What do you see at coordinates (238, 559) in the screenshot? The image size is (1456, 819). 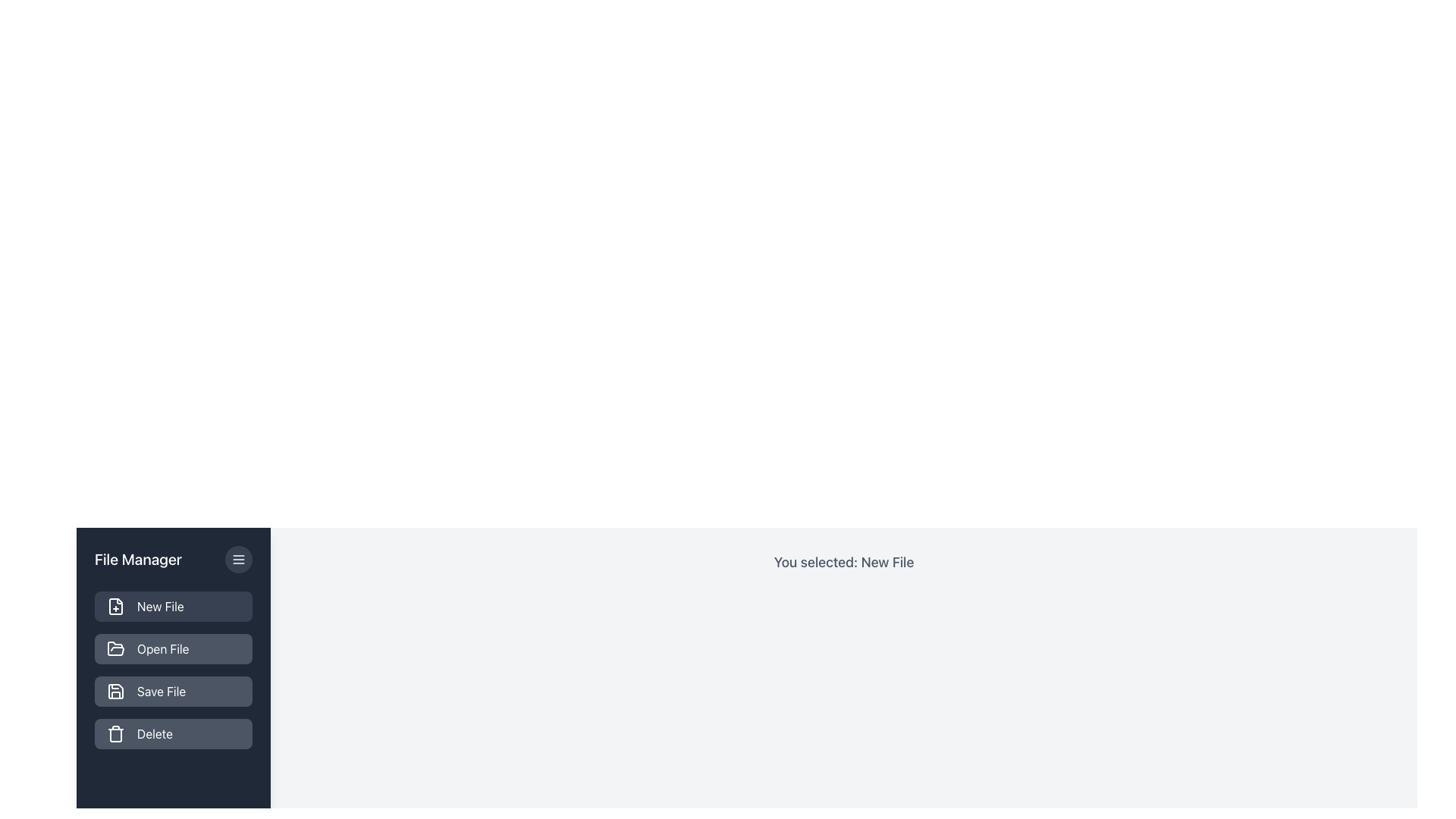 I see `the menu toggle button located at the top-right corner of the 'File Manager' section` at bounding box center [238, 559].